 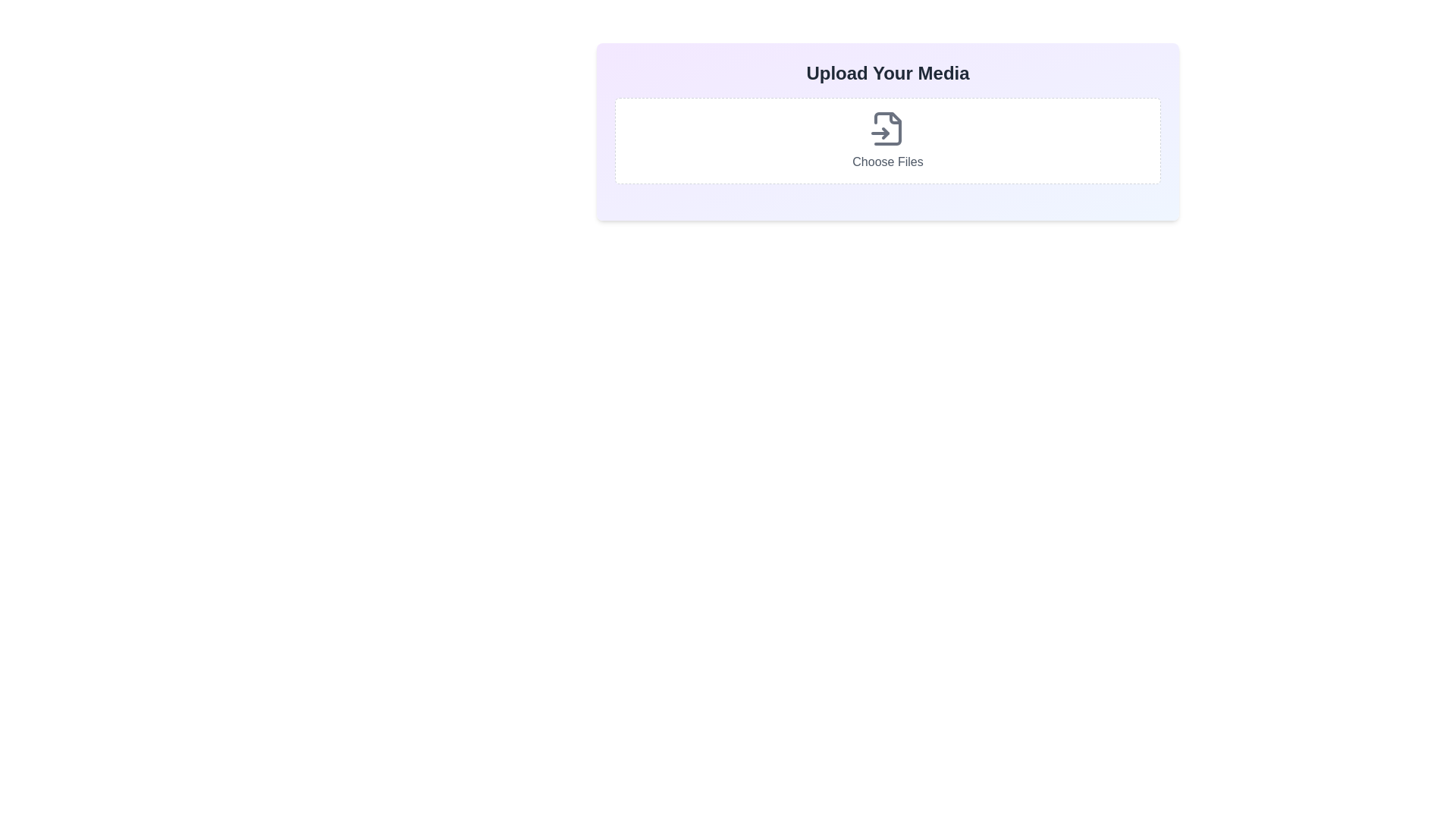 I want to click on the SVG-based file input icon which is centered within a white rectangular area with dashed borders, located above the 'Choose Files' text, so click(x=888, y=127).